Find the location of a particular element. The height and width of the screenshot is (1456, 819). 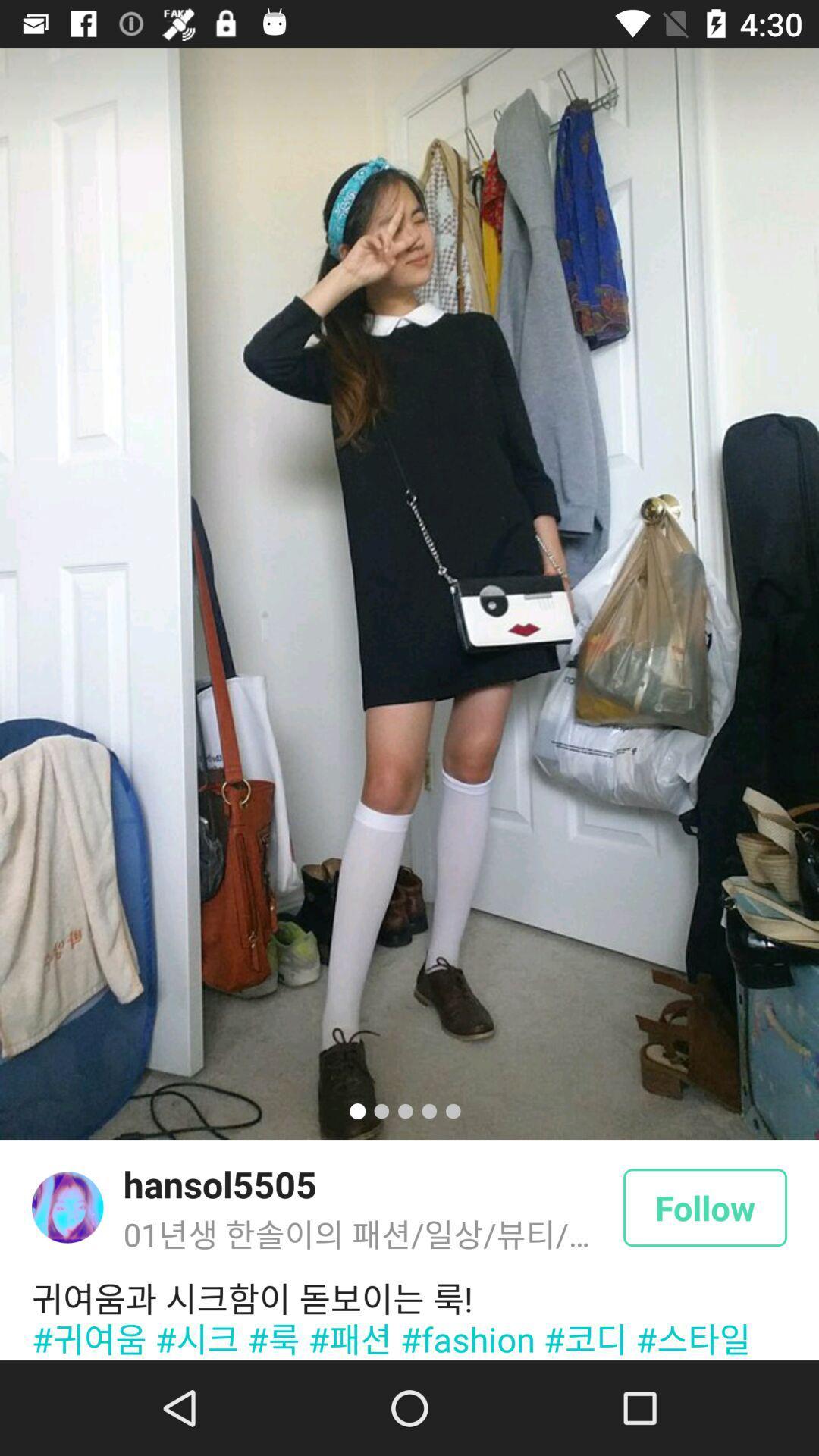

see profile is located at coordinates (67, 1207).